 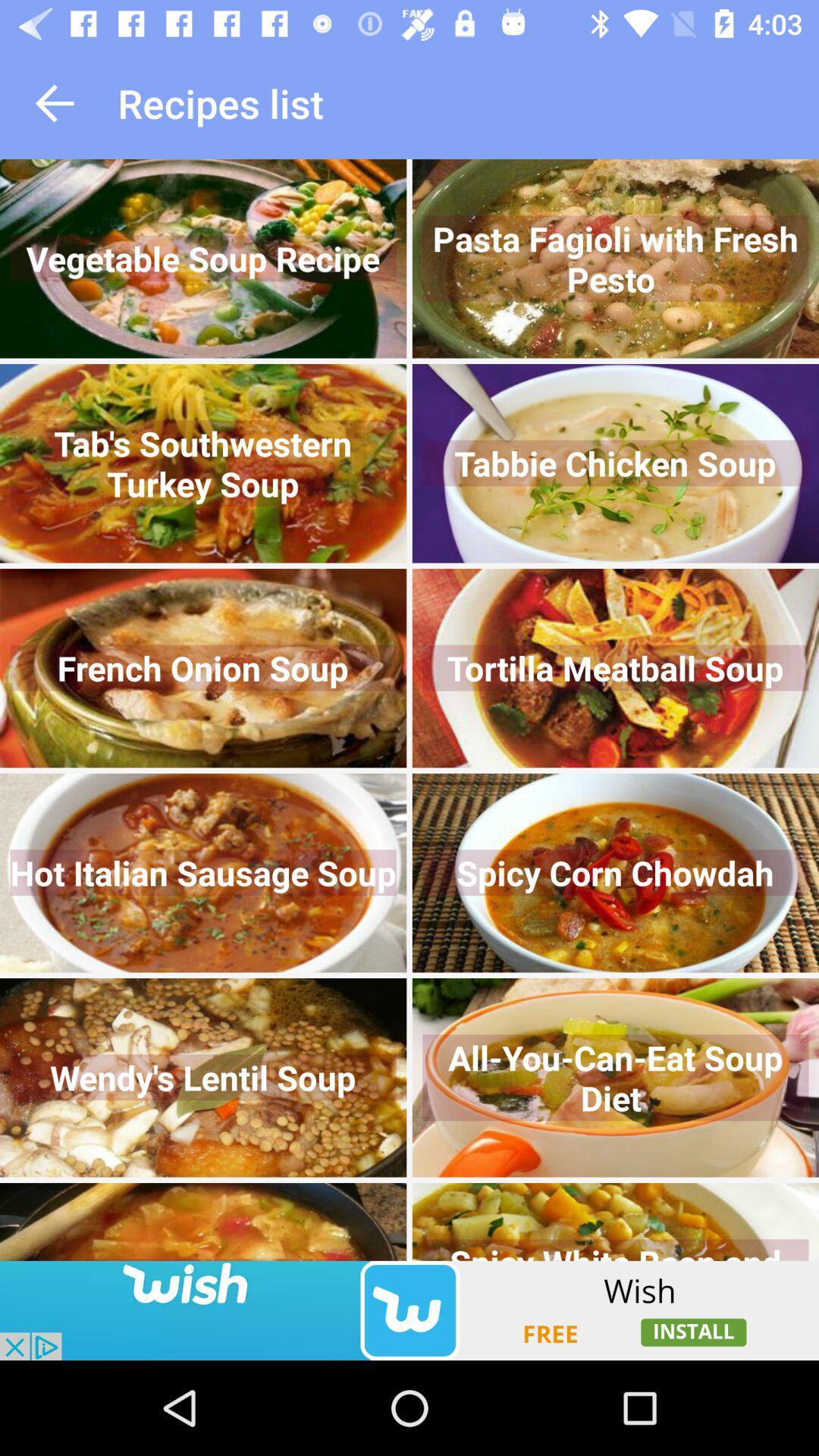 I want to click on go back, so click(x=54, y=102).